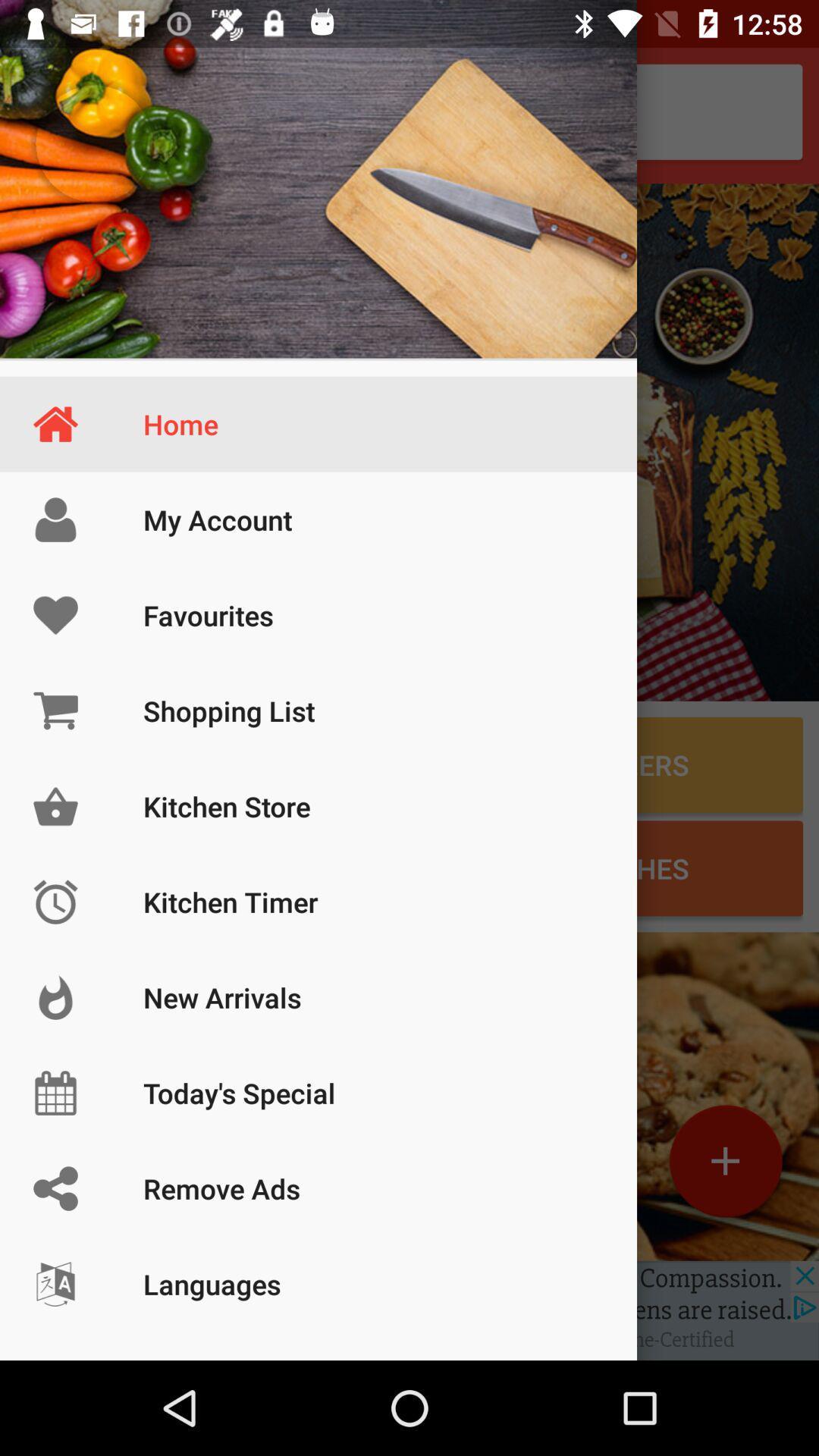  What do you see at coordinates (724, 1166) in the screenshot?
I see `the add icon` at bounding box center [724, 1166].